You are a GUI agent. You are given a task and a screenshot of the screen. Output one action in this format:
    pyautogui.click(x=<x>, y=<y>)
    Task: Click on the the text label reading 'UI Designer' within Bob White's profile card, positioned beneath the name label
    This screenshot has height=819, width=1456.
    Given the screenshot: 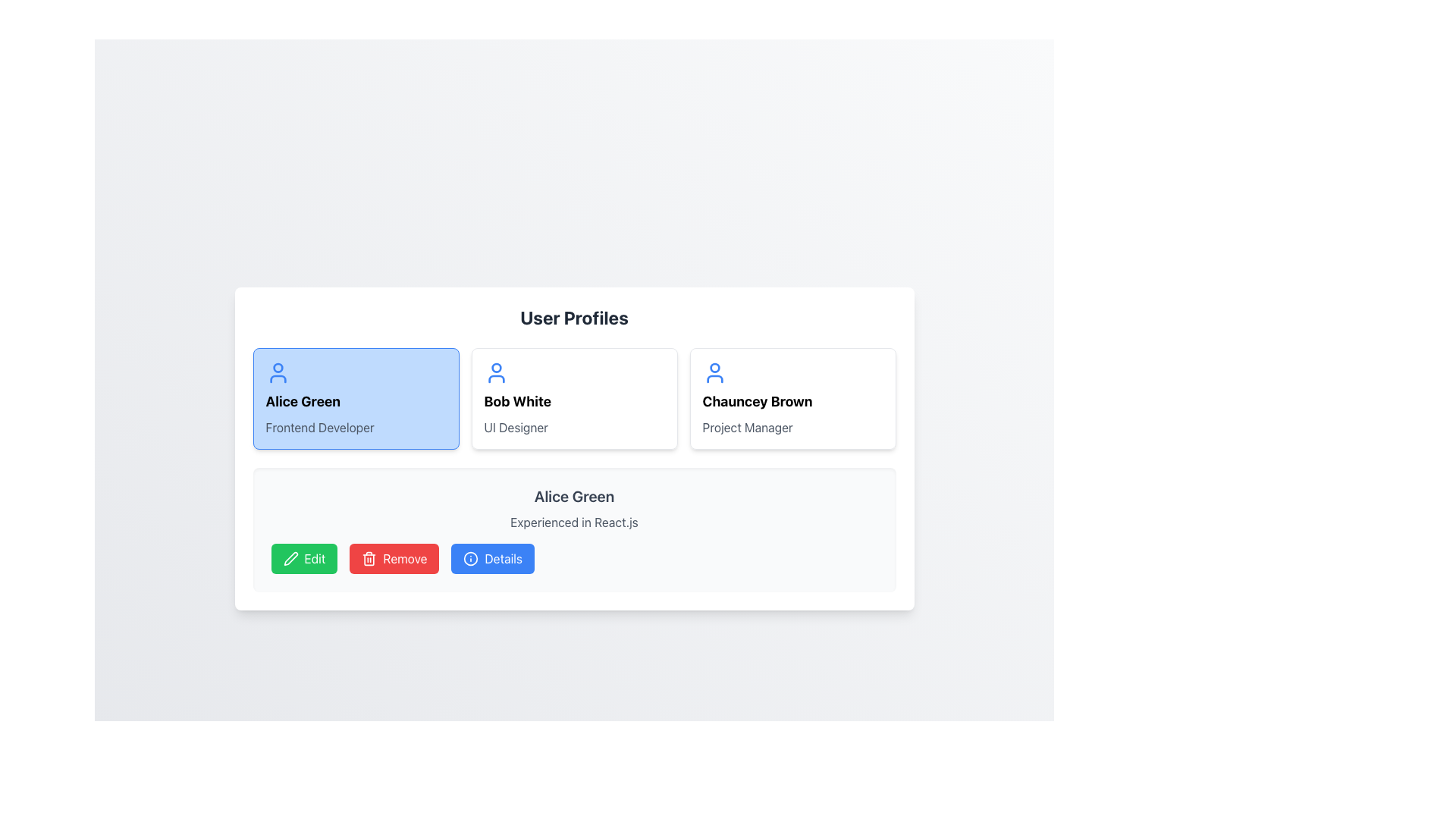 What is the action you would take?
    pyautogui.click(x=516, y=427)
    